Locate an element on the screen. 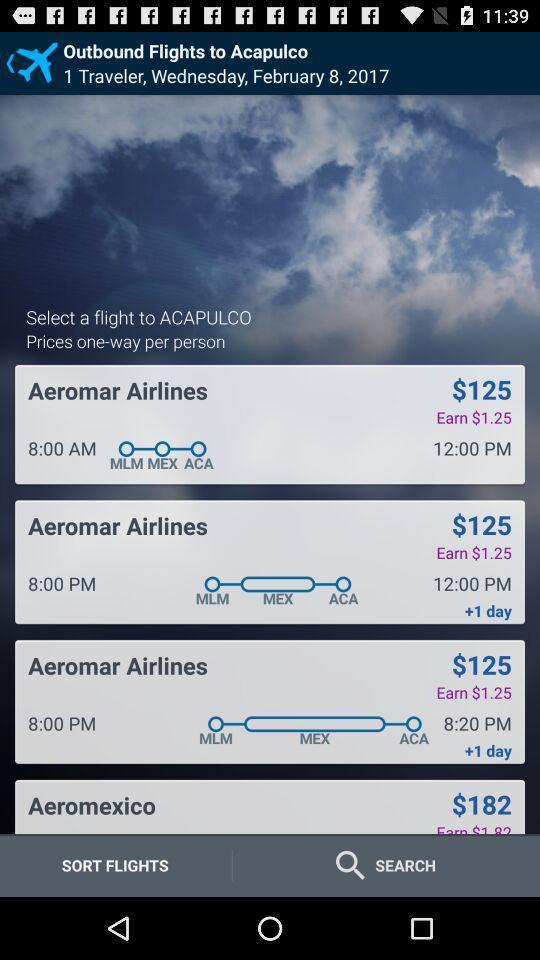 The width and height of the screenshot is (540, 960). the item next to earn $1.82 icon is located at coordinates (91, 805).